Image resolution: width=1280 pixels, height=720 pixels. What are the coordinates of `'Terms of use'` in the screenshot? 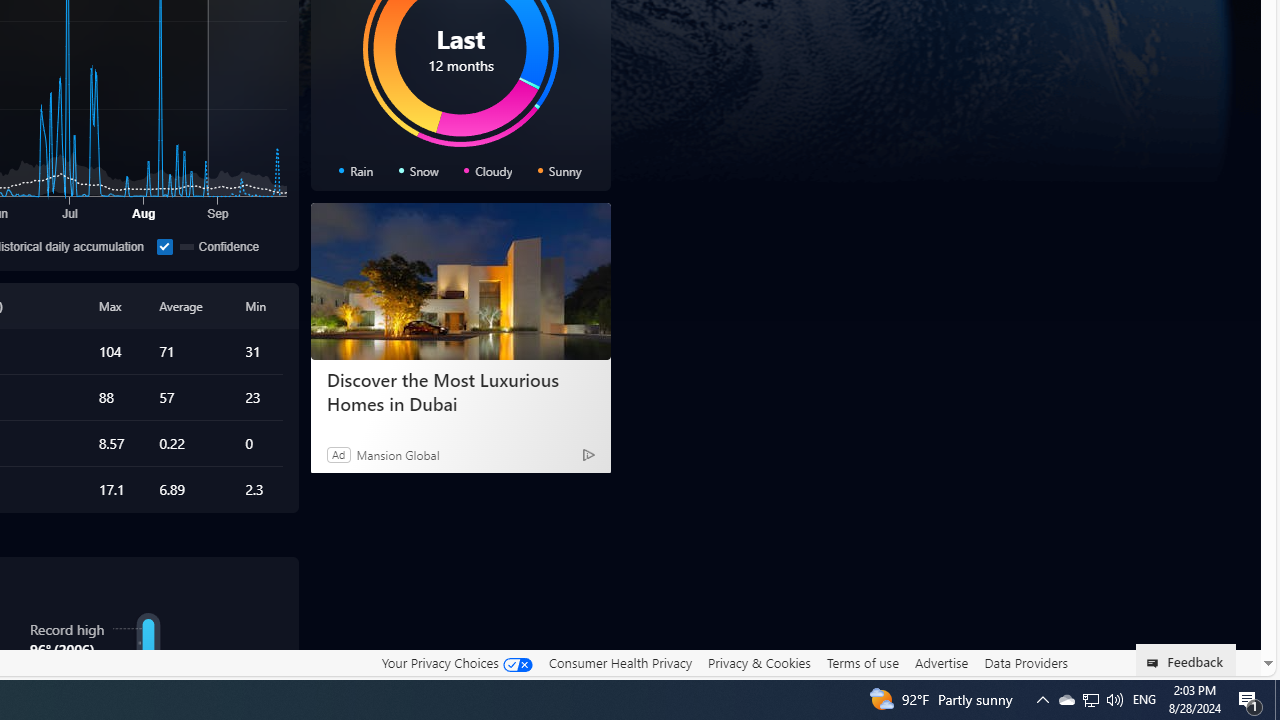 It's located at (862, 662).